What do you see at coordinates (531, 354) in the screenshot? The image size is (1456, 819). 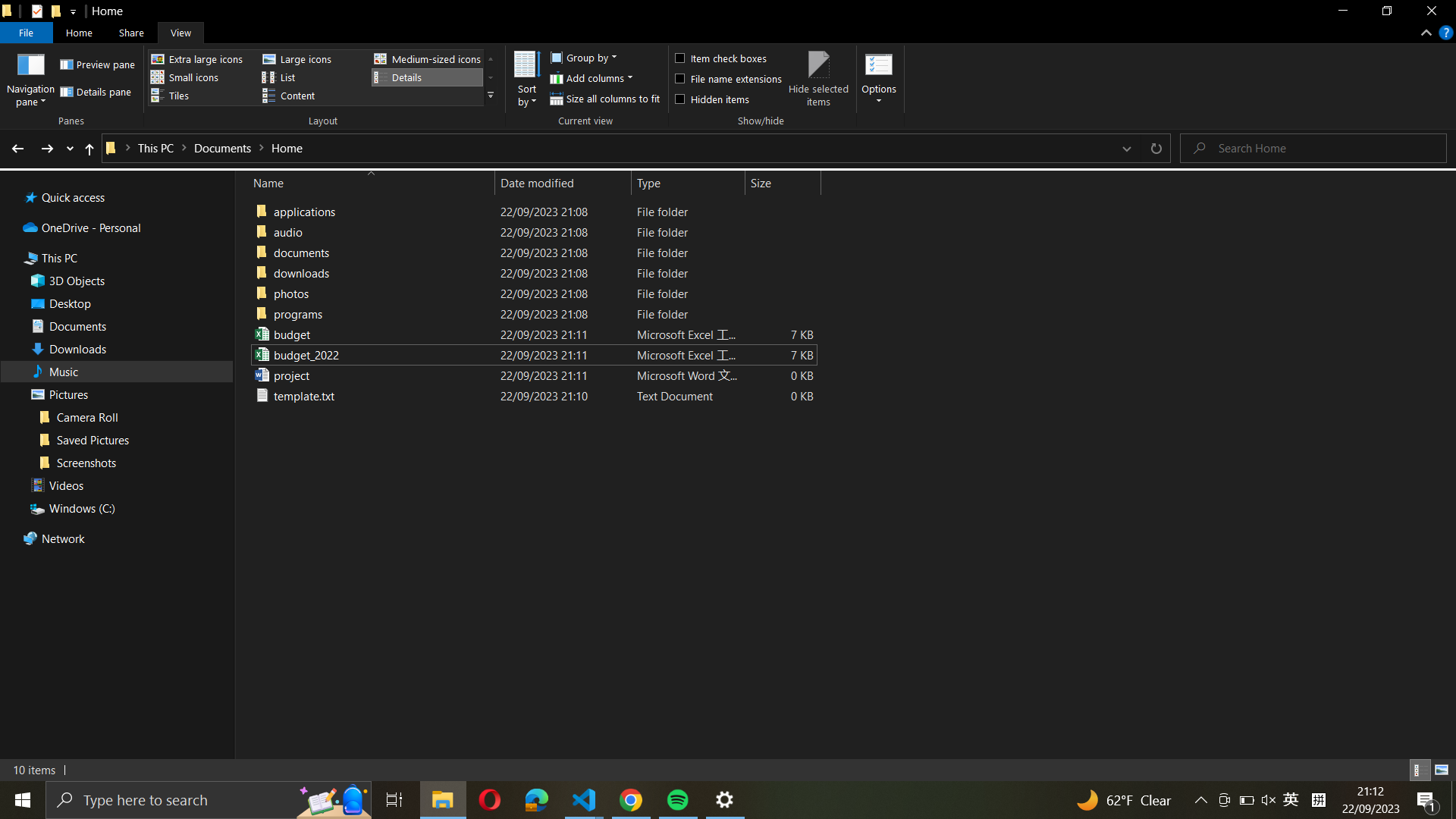 I see `the "budget_2022_excel_file" by double-clicking it` at bounding box center [531, 354].